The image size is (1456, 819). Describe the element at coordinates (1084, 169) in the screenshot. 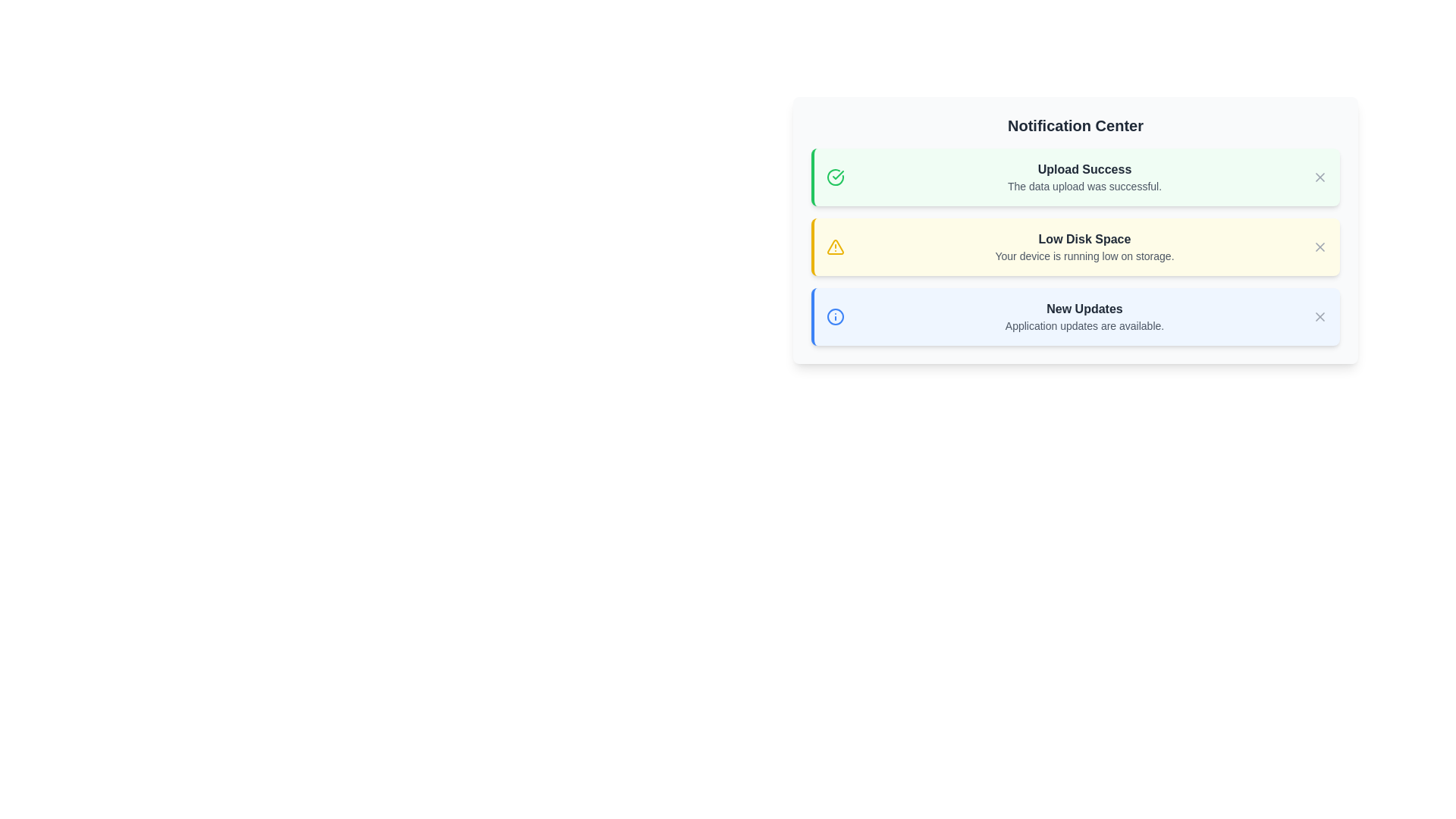

I see `the bold text label displaying 'Upload Success' at the top of the notification card in the Notification Center` at that location.